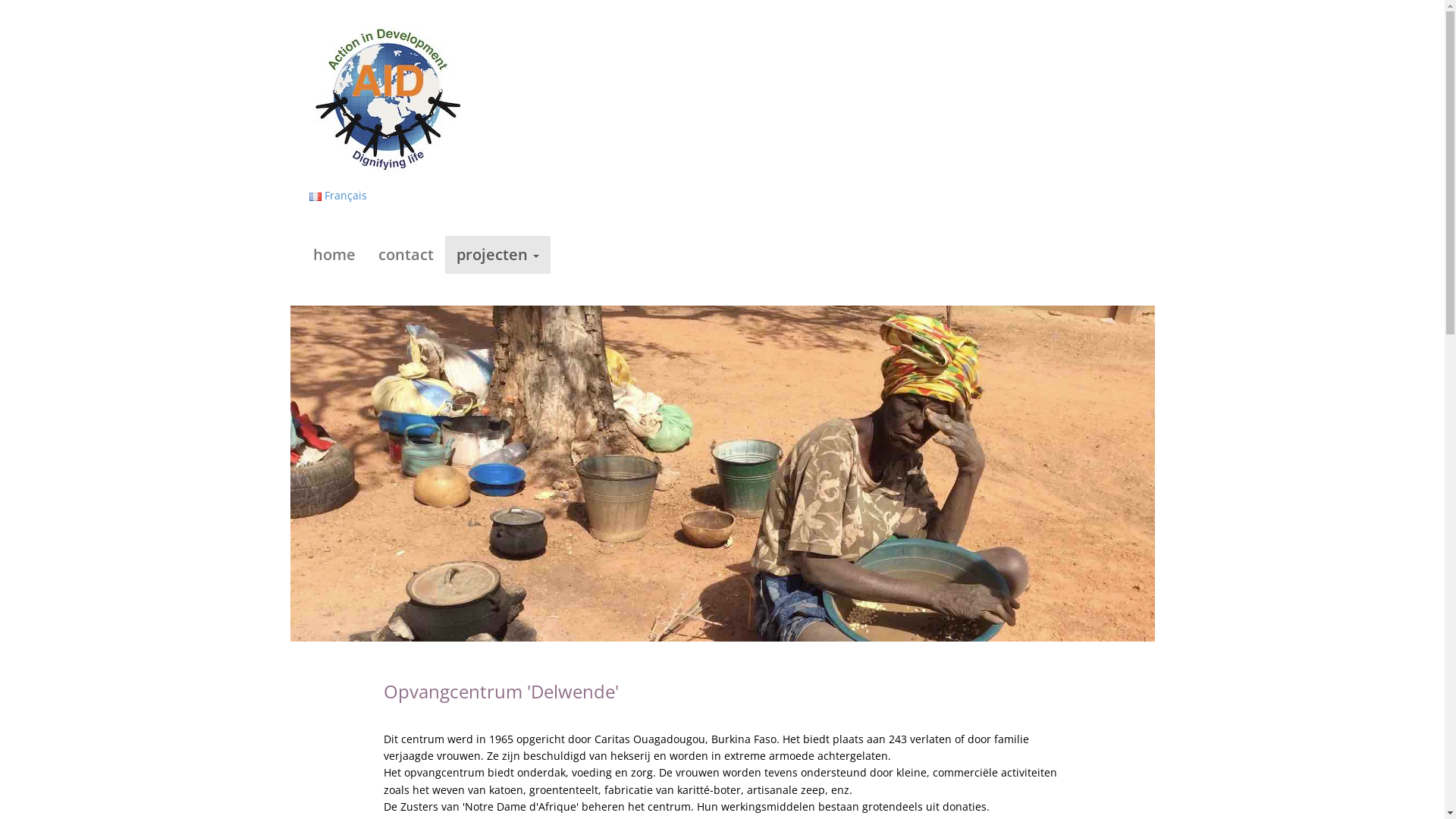 The height and width of the screenshot is (819, 1456). What do you see at coordinates (334, 253) in the screenshot?
I see `'home'` at bounding box center [334, 253].